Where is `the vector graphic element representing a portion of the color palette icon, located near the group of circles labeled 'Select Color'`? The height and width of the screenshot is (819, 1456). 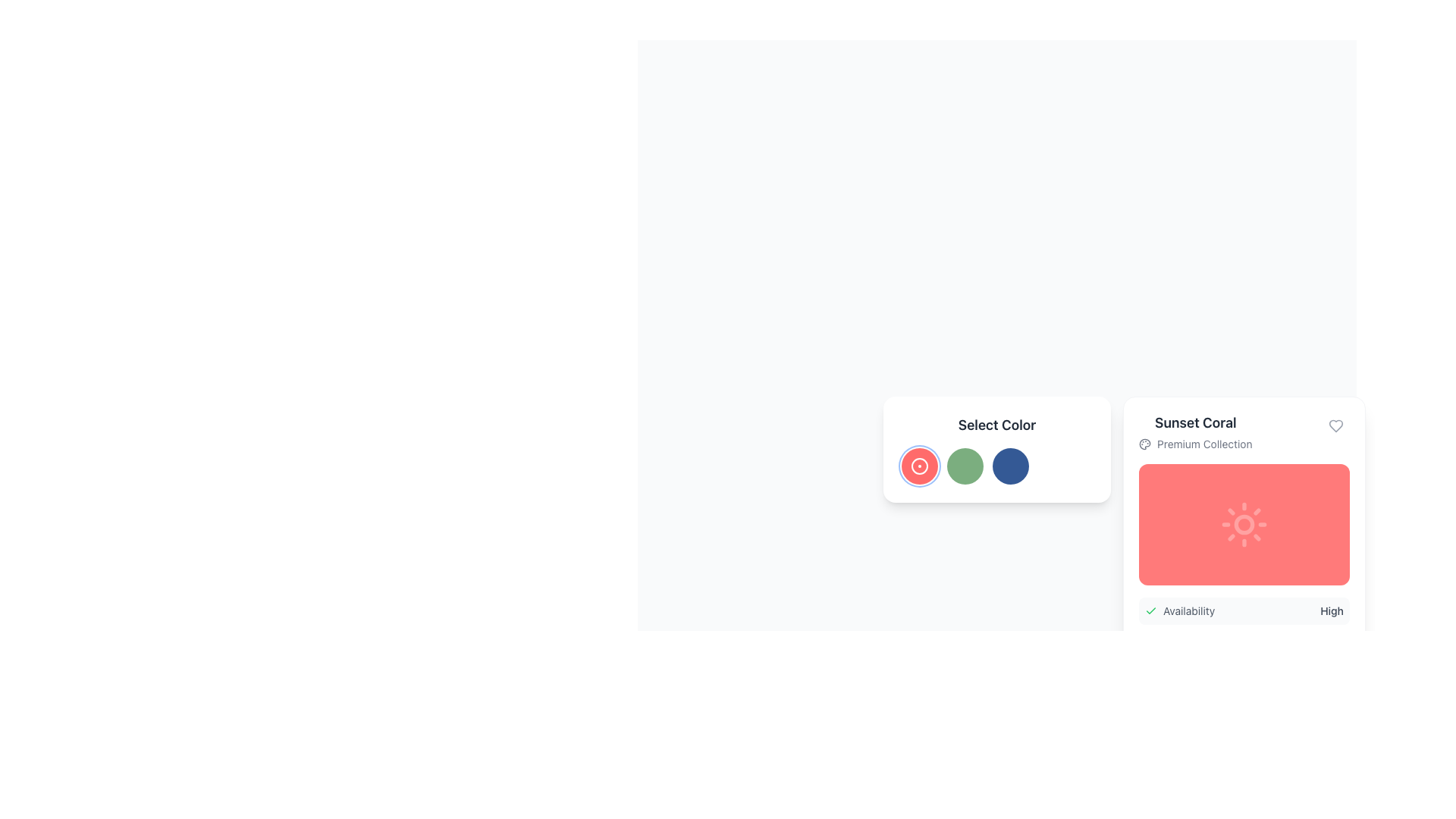
the vector graphic element representing a portion of the color palette icon, located near the group of circles labeled 'Select Color' is located at coordinates (1145, 444).